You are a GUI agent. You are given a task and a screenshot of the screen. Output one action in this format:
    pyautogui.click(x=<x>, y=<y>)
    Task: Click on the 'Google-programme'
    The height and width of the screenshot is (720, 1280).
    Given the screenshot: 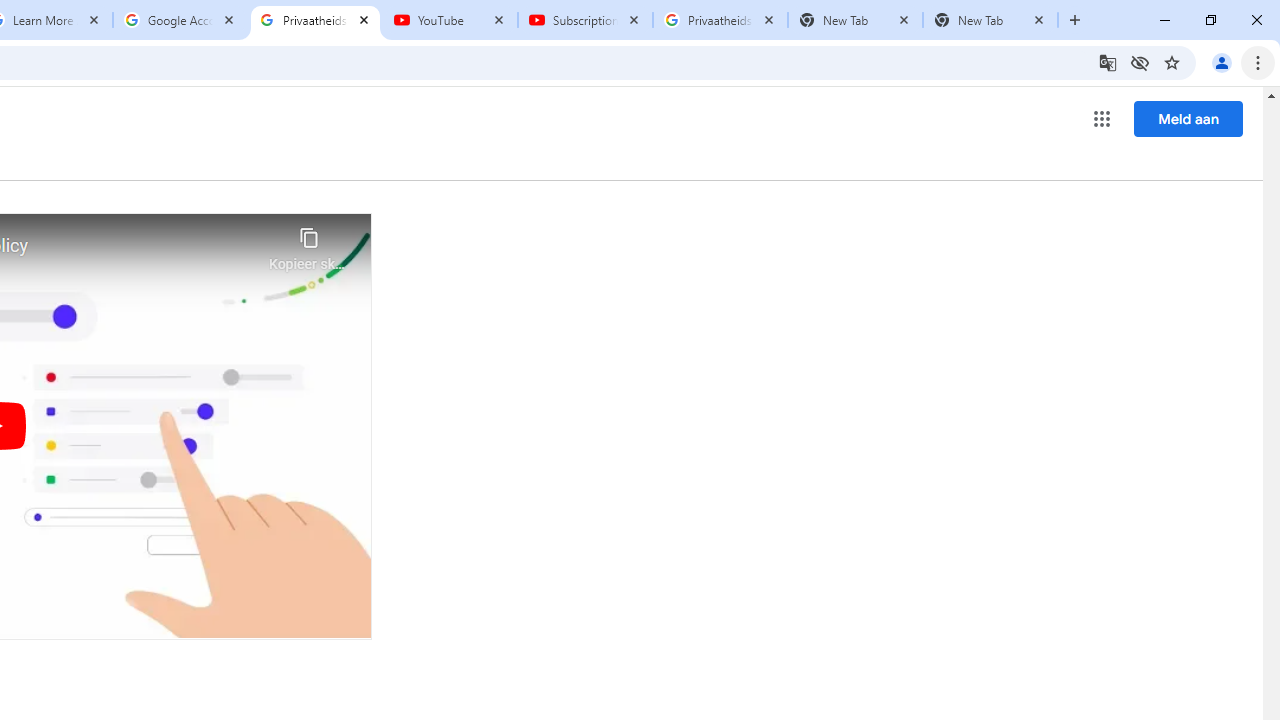 What is the action you would take?
    pyautogui.click(x=1101, y=119)
    